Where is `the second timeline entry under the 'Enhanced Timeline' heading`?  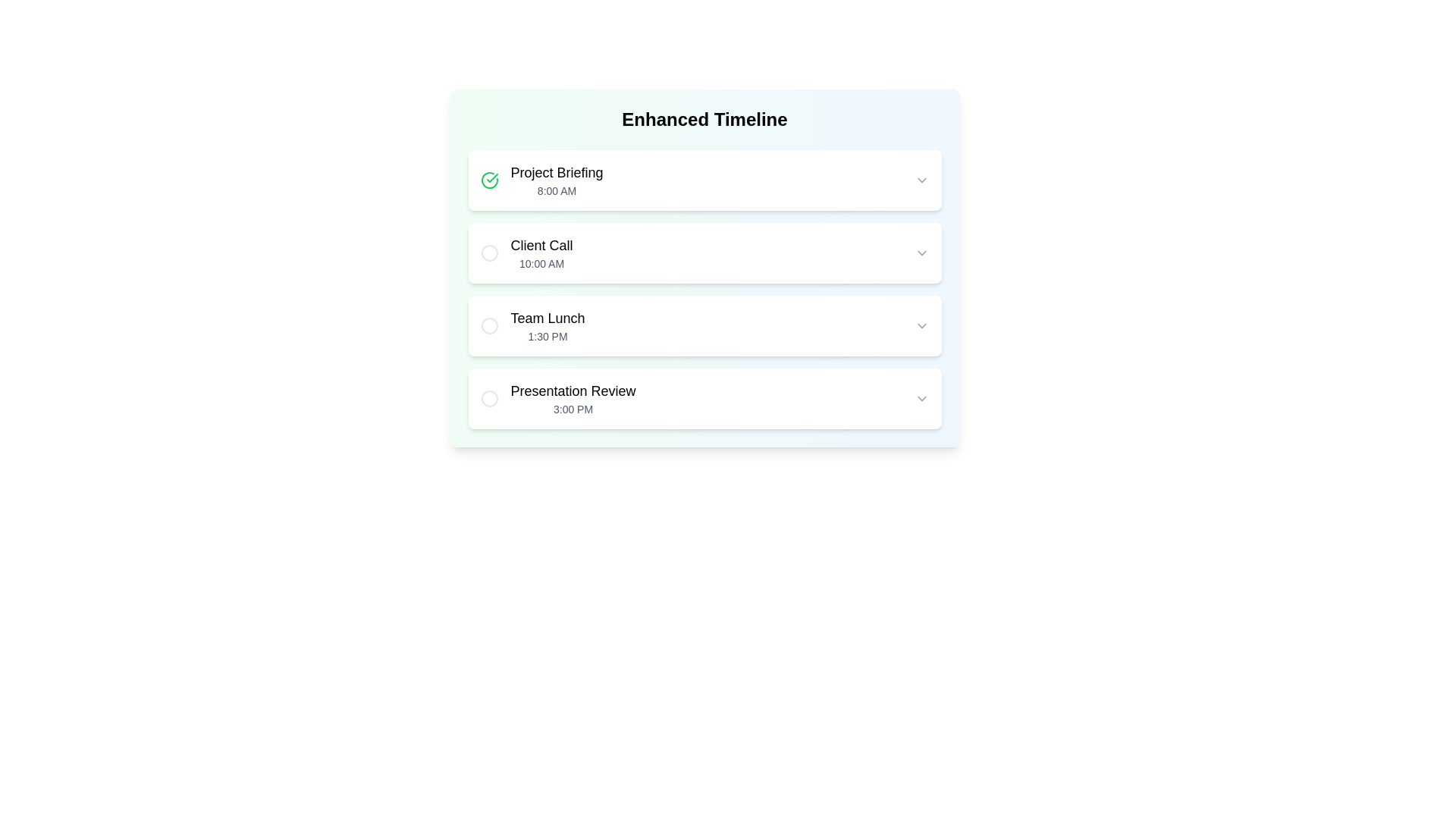 the second timeline entry under the 'Enhanced Timeline' heading is located at coordinates (526, 253).